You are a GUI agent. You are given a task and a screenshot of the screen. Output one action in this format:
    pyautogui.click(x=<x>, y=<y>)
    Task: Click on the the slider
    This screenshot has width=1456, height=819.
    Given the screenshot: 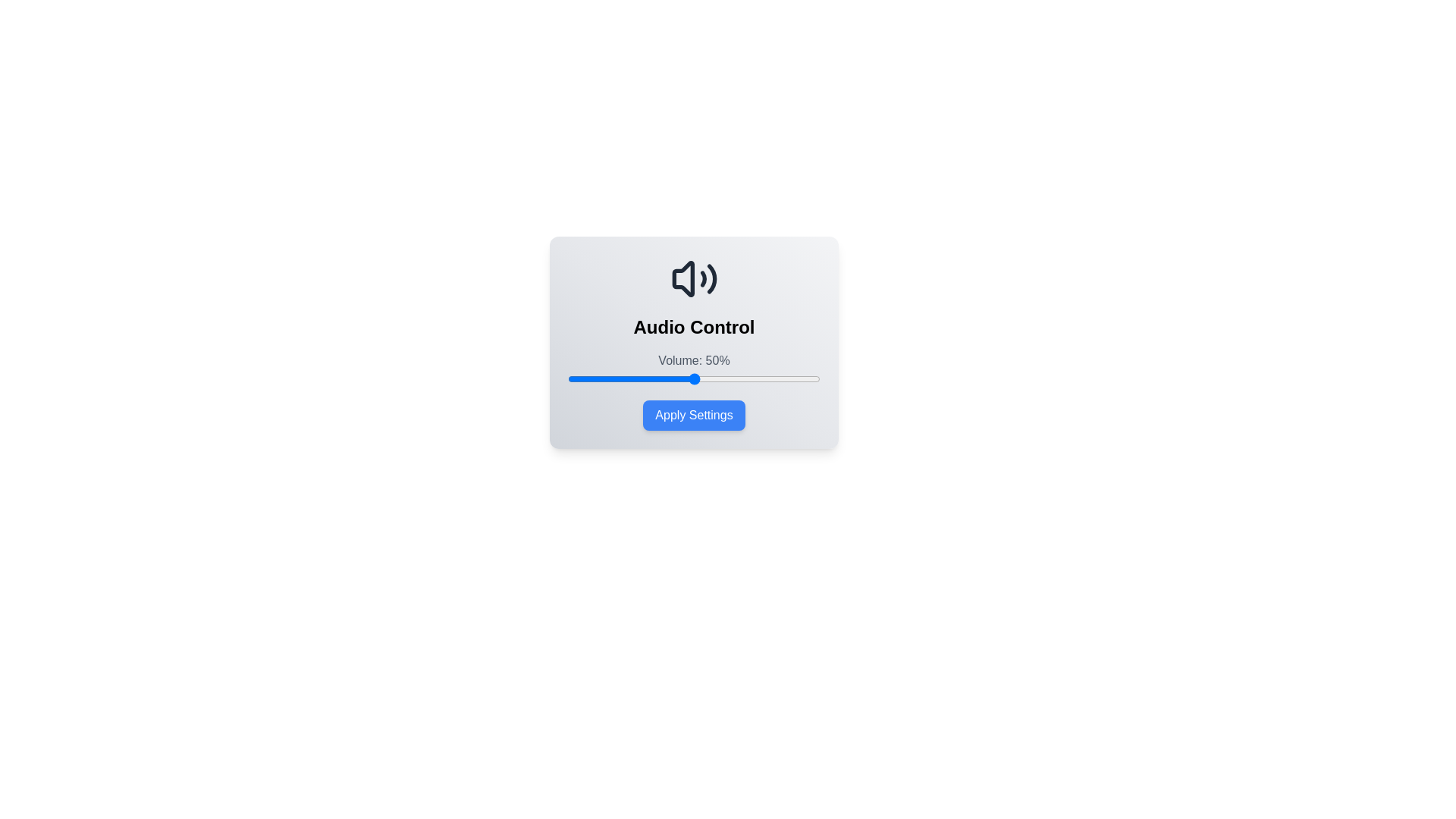 What is the action you would take?
    pyautogui.click(x=695, y=378)
    